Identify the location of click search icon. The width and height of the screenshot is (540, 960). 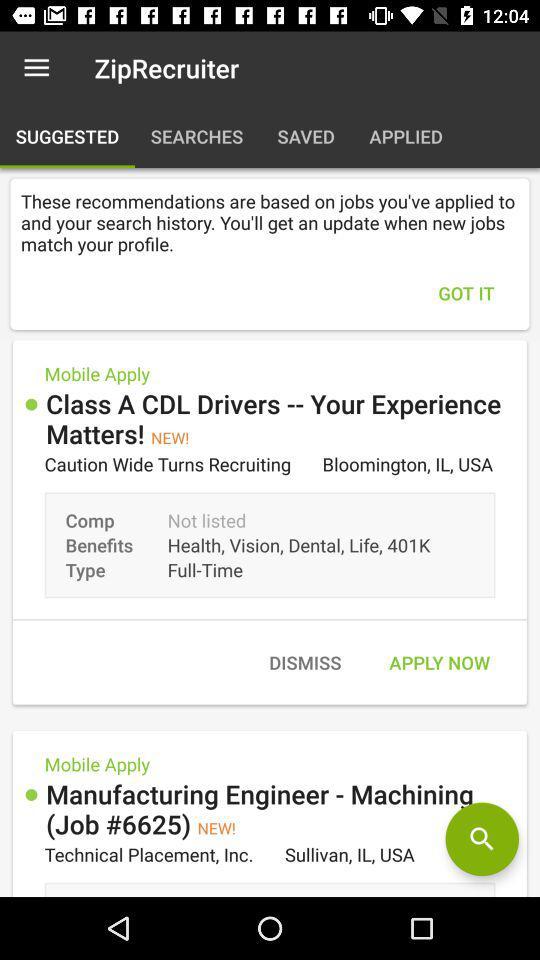
(481, 839).